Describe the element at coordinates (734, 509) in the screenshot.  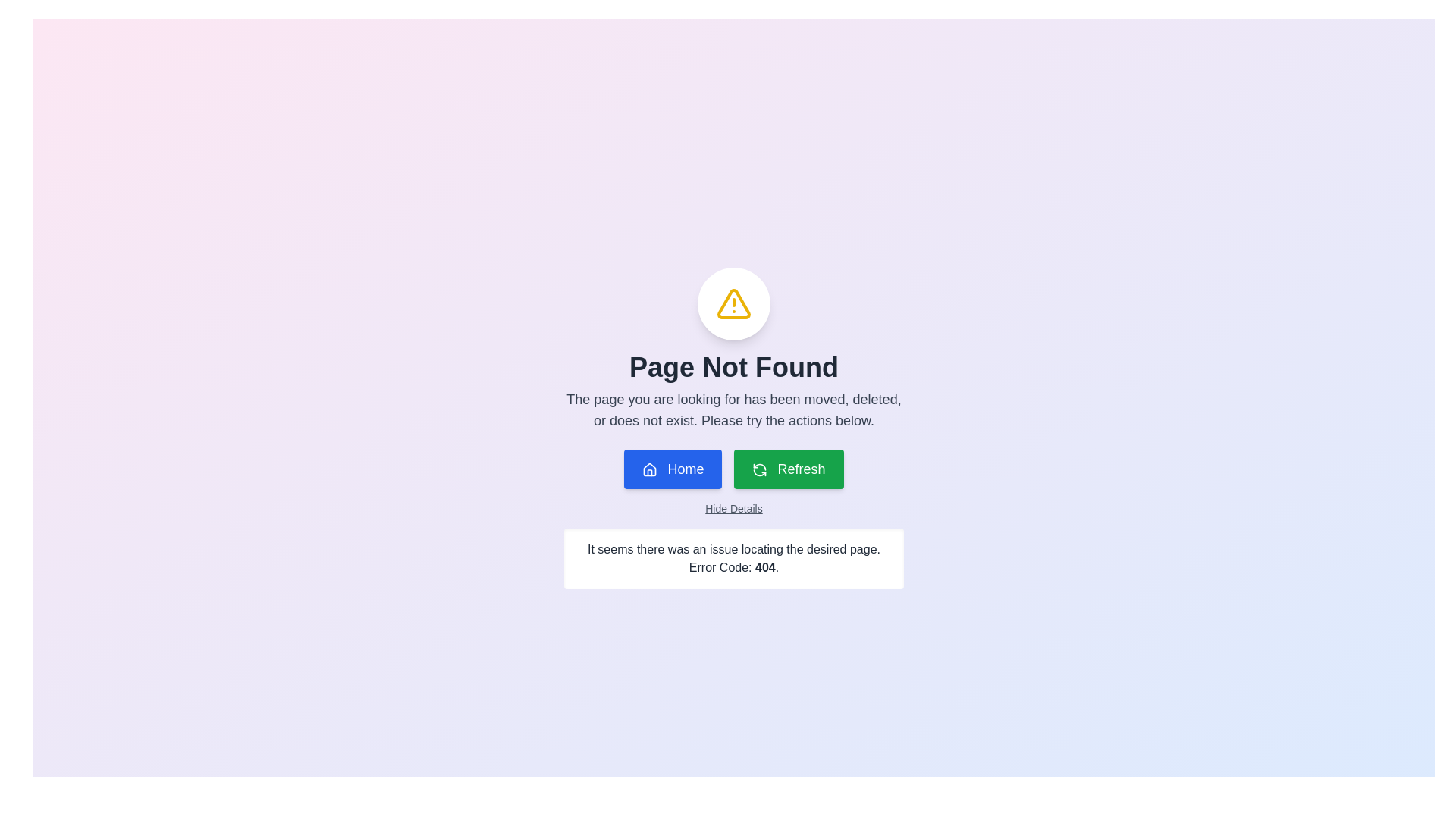
I see `the toggle link that hides additional details of a displayed message, located below the 'Home' and 'Refresh' buttons, to observe the style change` at that location.